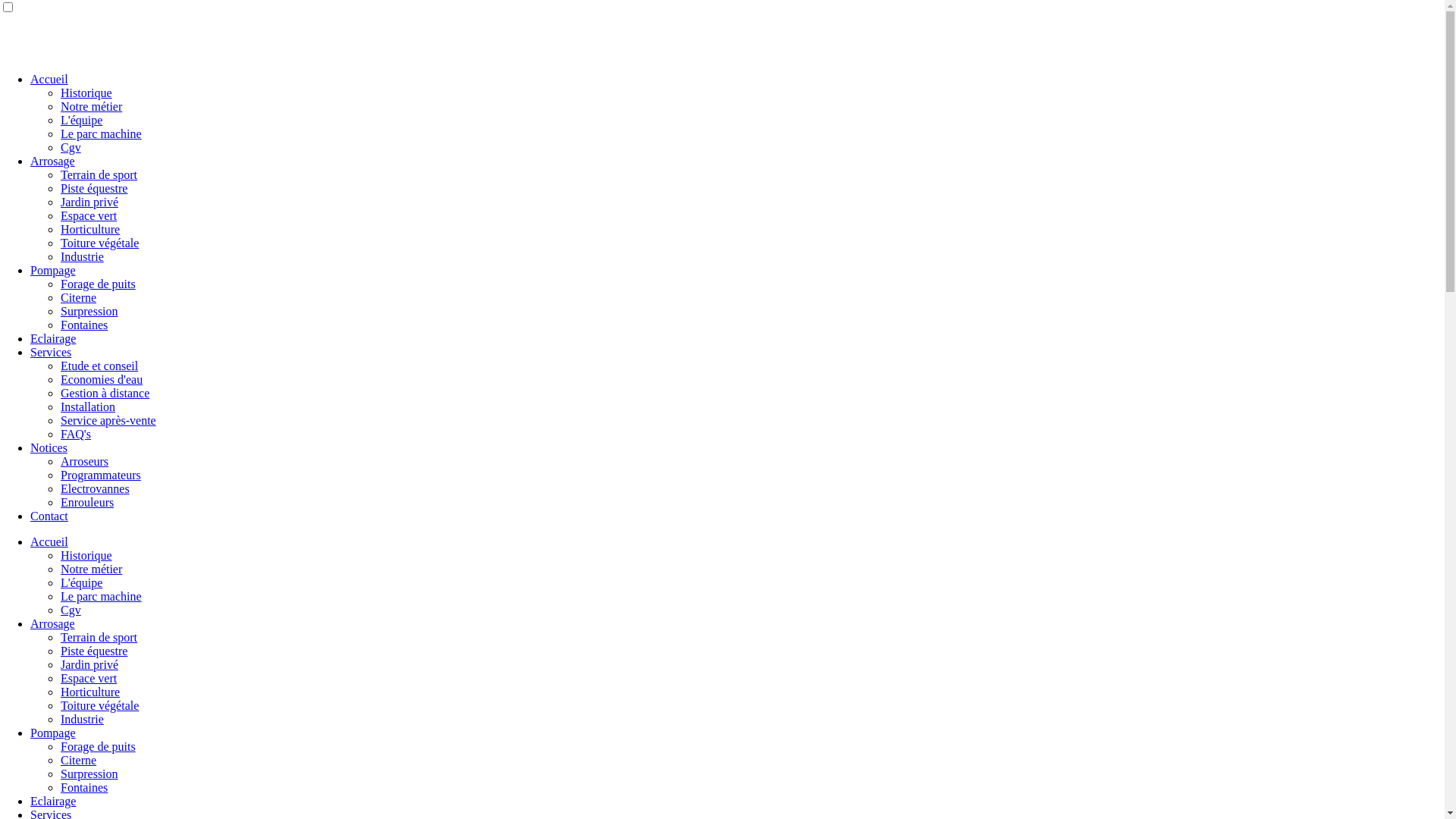 The width and height of the screenshot is (1456, 819). What do you see at coordinates (86, 502) in the screenshot?
I see `'Enrouleurs'` at bounding box center [86, 502].